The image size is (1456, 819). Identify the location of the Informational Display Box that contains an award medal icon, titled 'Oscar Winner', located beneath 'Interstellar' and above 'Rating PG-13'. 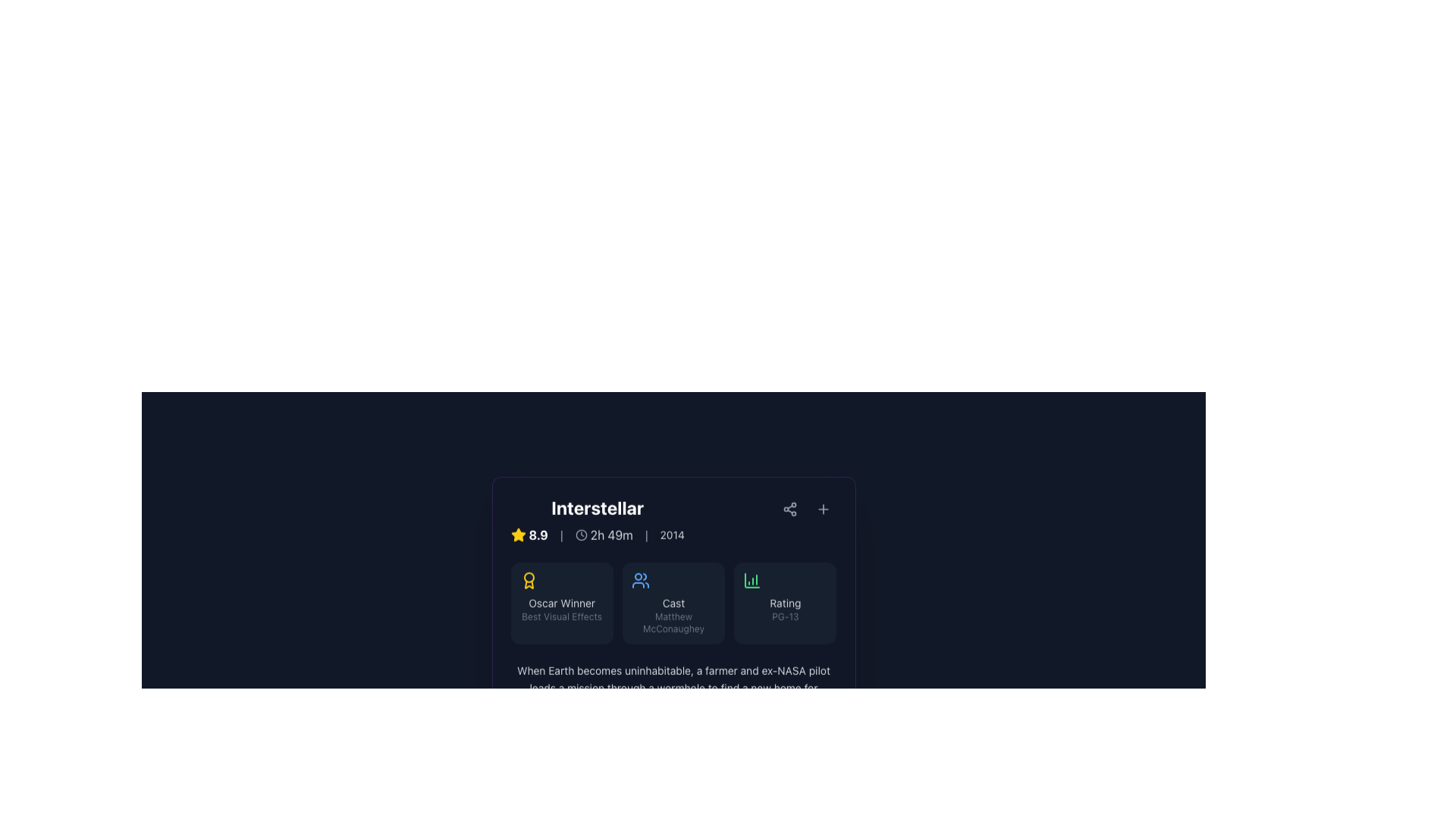
(561, 602).